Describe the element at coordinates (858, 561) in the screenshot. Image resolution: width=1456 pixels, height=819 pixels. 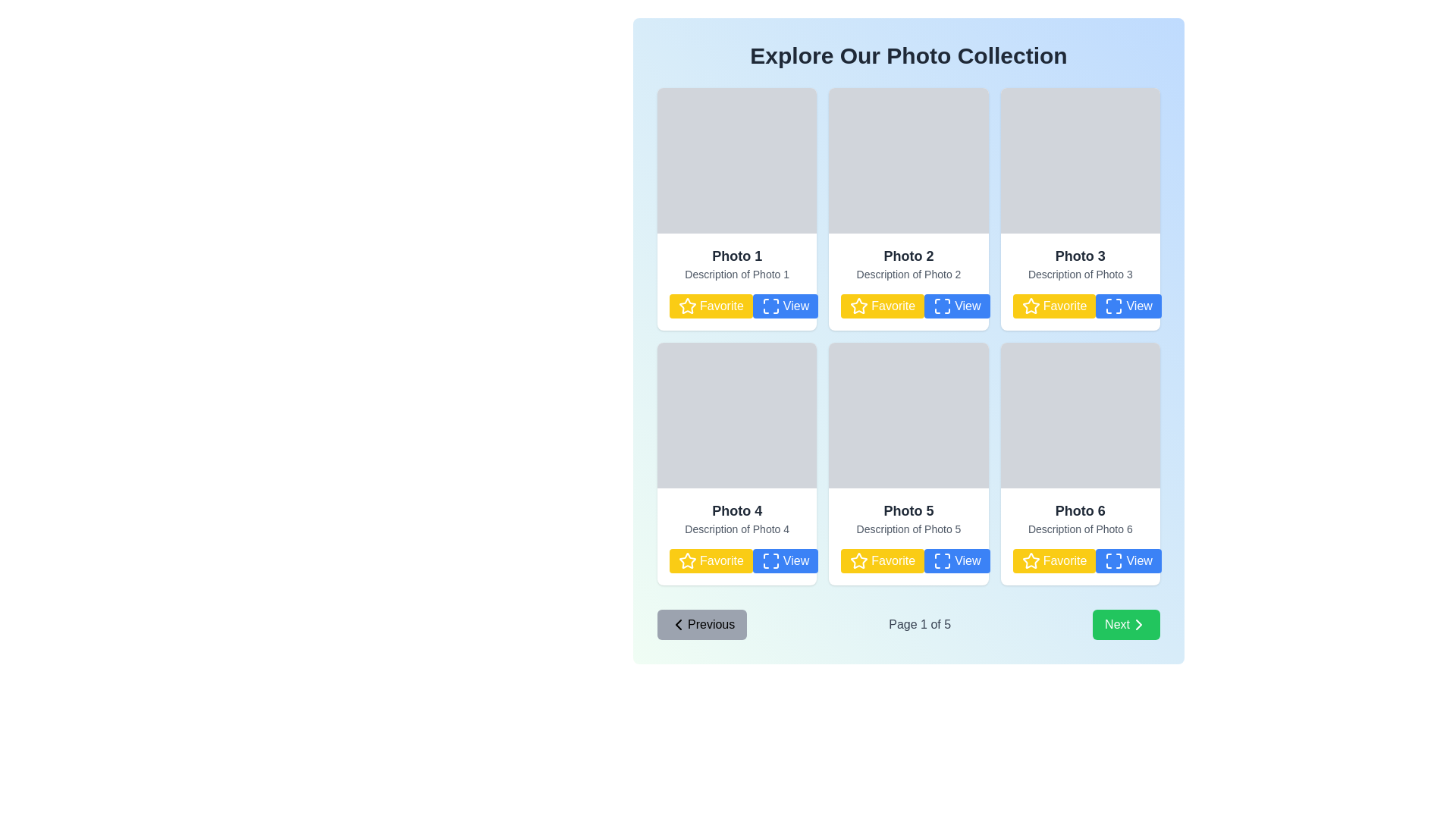
I see `the favorite icon located under 'Photo 5' to favorite the item` at that location.